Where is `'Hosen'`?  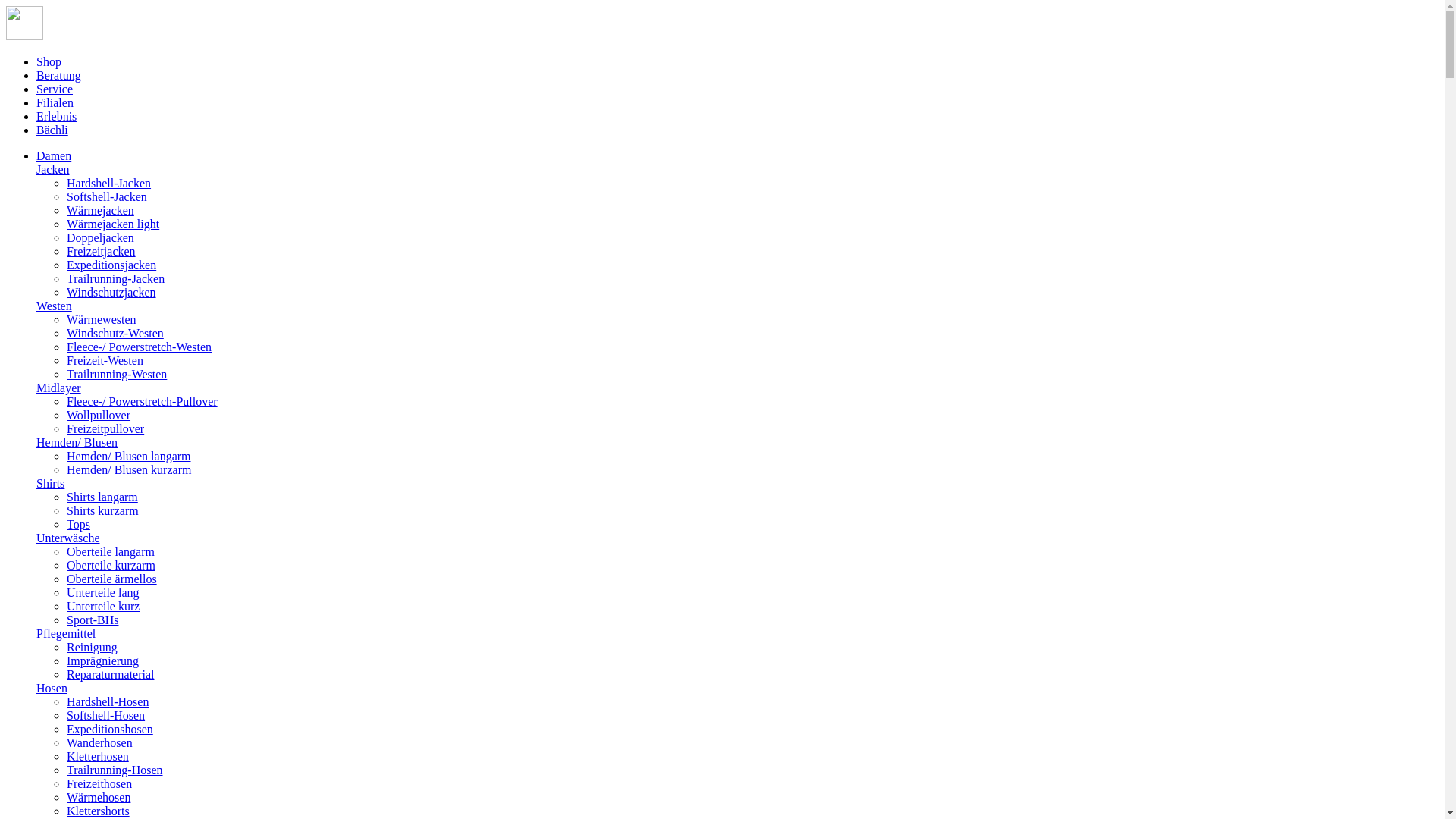
'Hosen' is located at coordinates (52, 688).